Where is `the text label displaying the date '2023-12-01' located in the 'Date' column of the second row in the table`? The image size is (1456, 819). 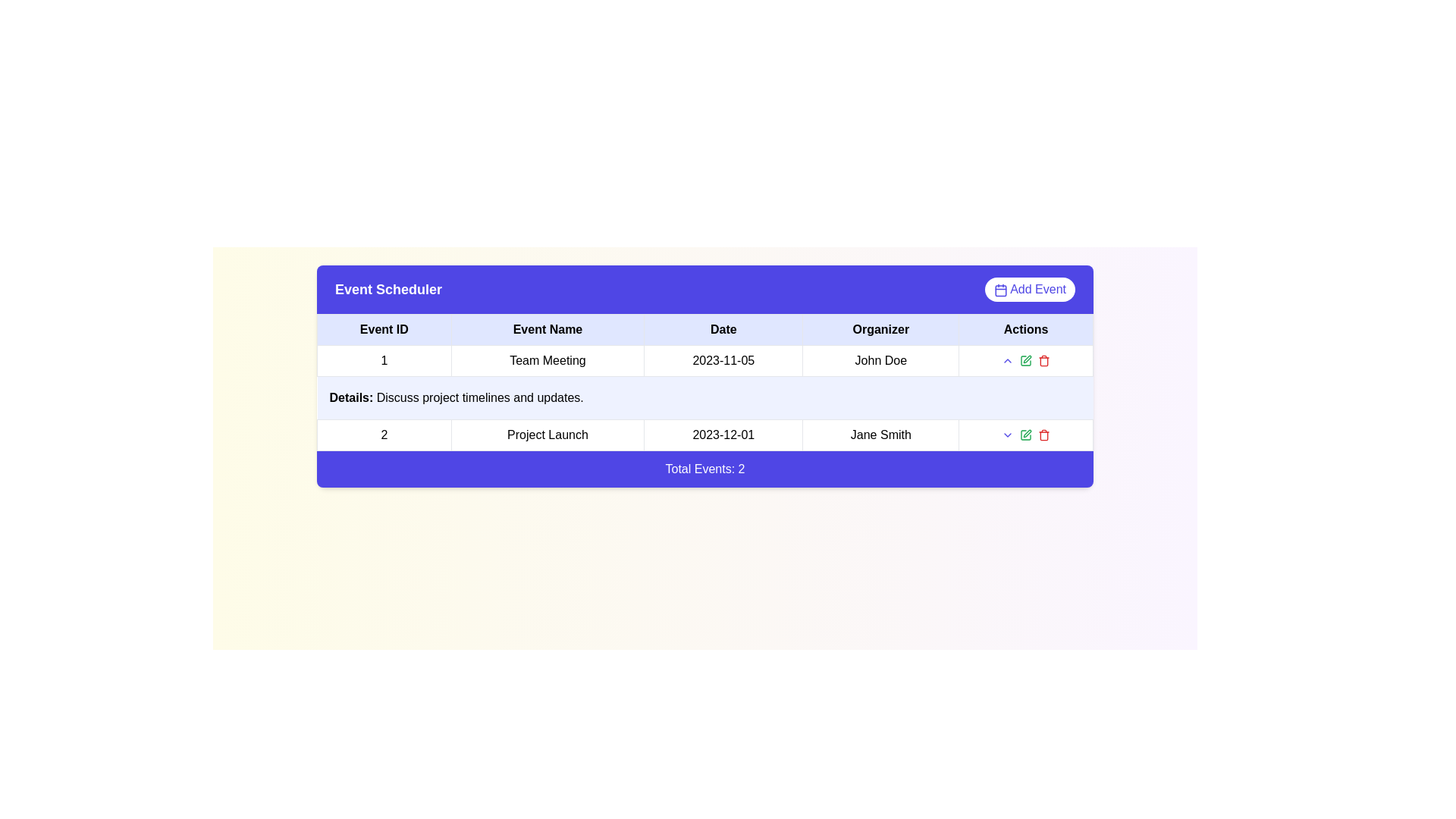 the text label displaying the date '2023-12-01' located in the 'Date' column of the second row in the table is located at coordinates (723, 435).